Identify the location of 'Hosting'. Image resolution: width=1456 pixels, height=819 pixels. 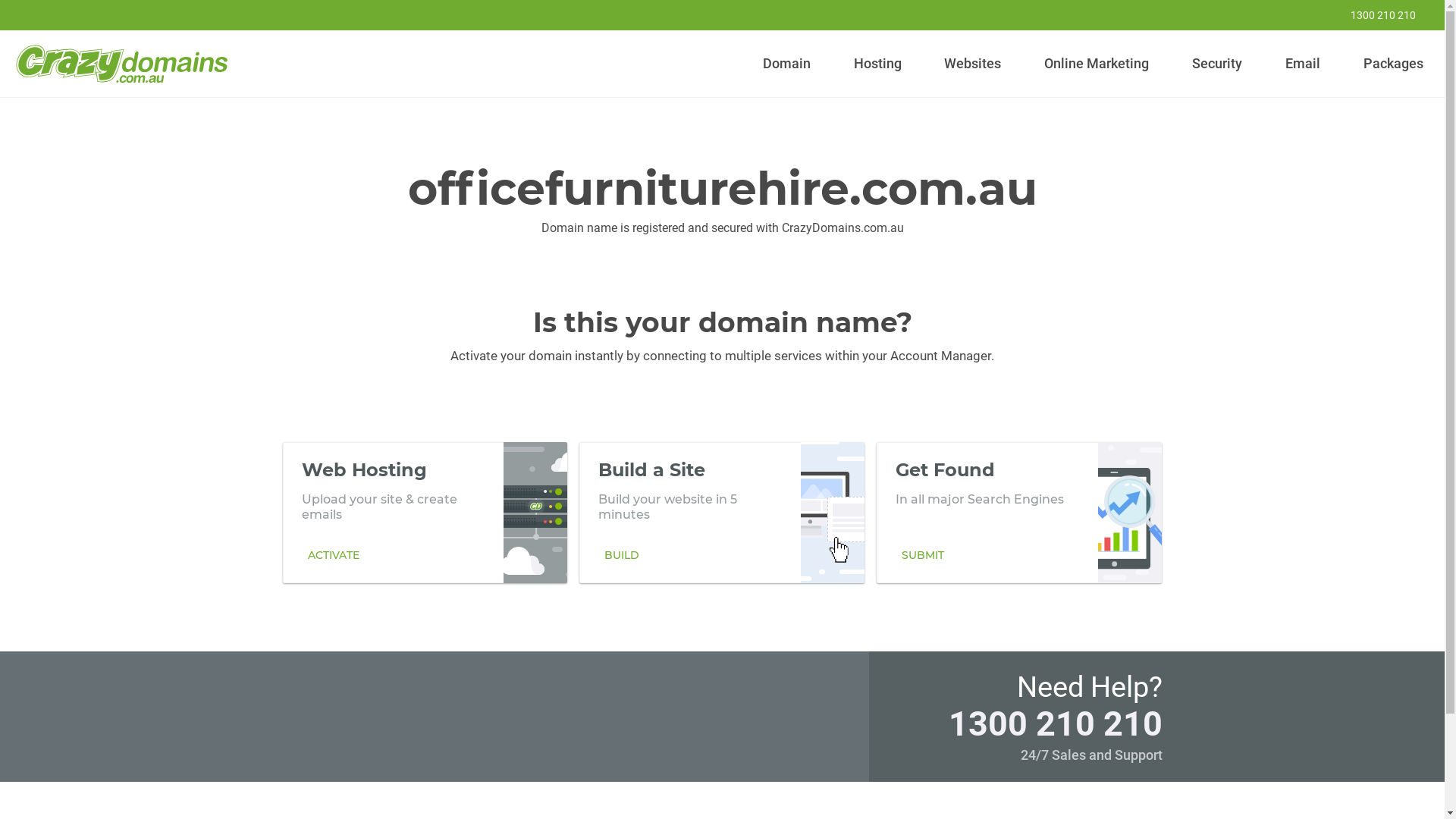
(877, 63).